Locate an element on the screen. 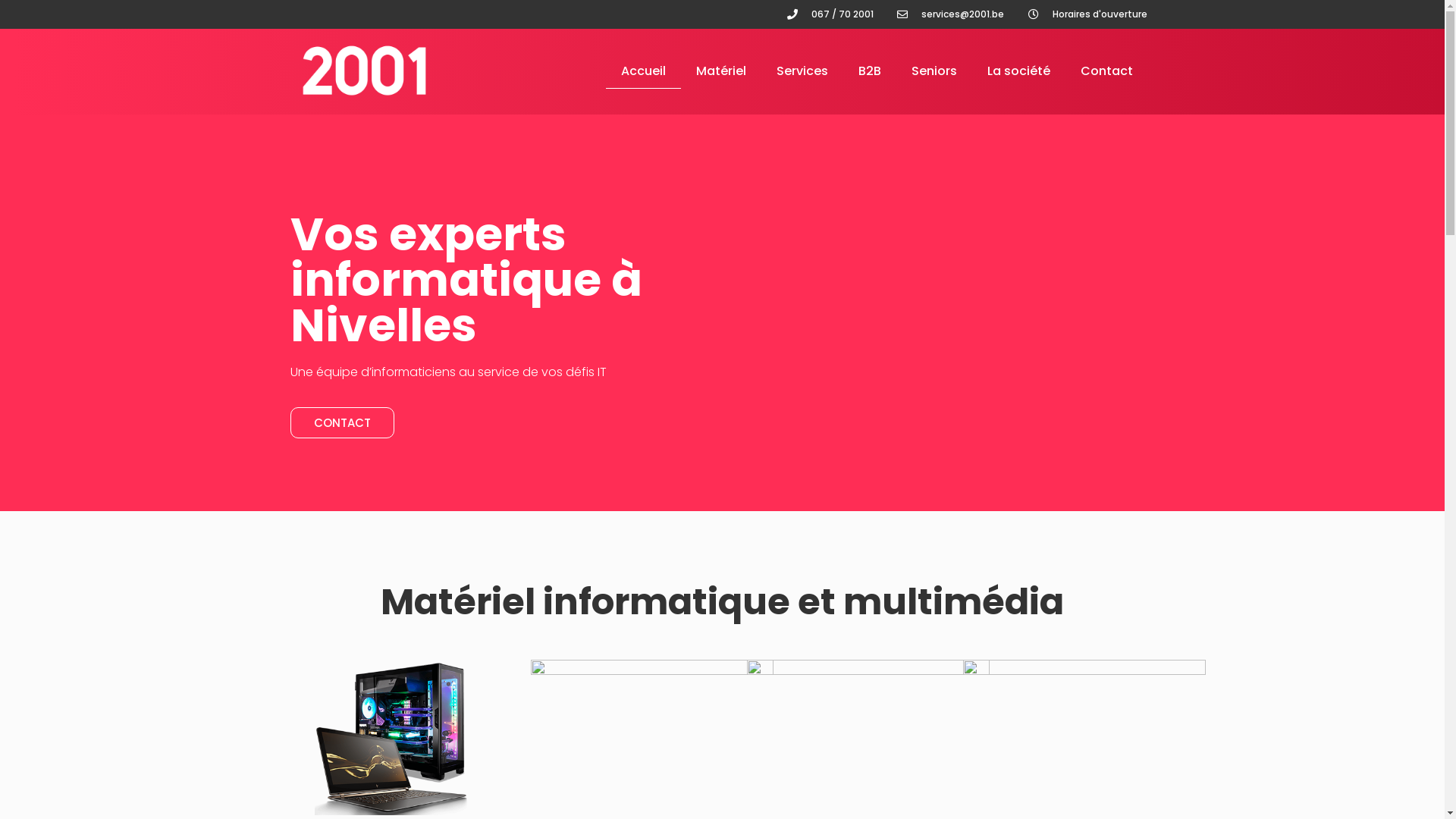 Image resolution: width=1456 pixels, height=819 pixels. 'CONTACT' is located at coordinates (340, 422).